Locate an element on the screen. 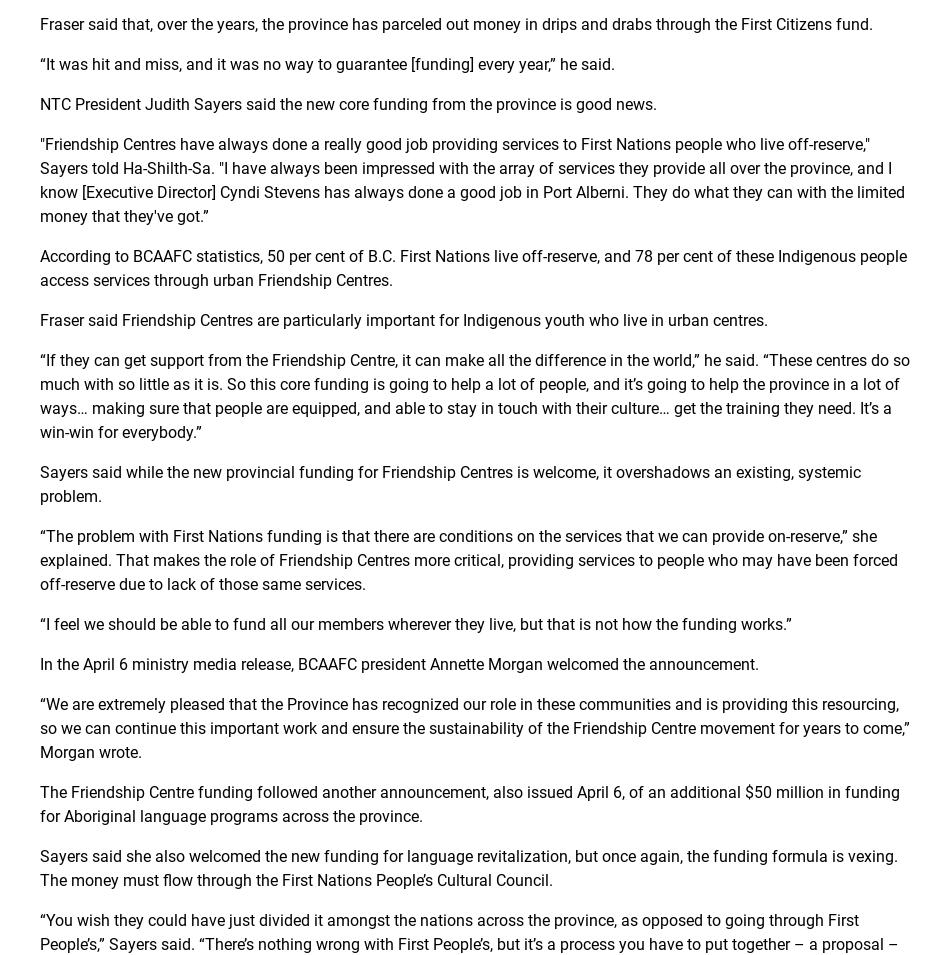 This screenshot has height=955, width=950. 'Fraser said Friendship Centres are particularly important for Indigenous youth who live in urban centres.' is located at coordinates (403, 319).